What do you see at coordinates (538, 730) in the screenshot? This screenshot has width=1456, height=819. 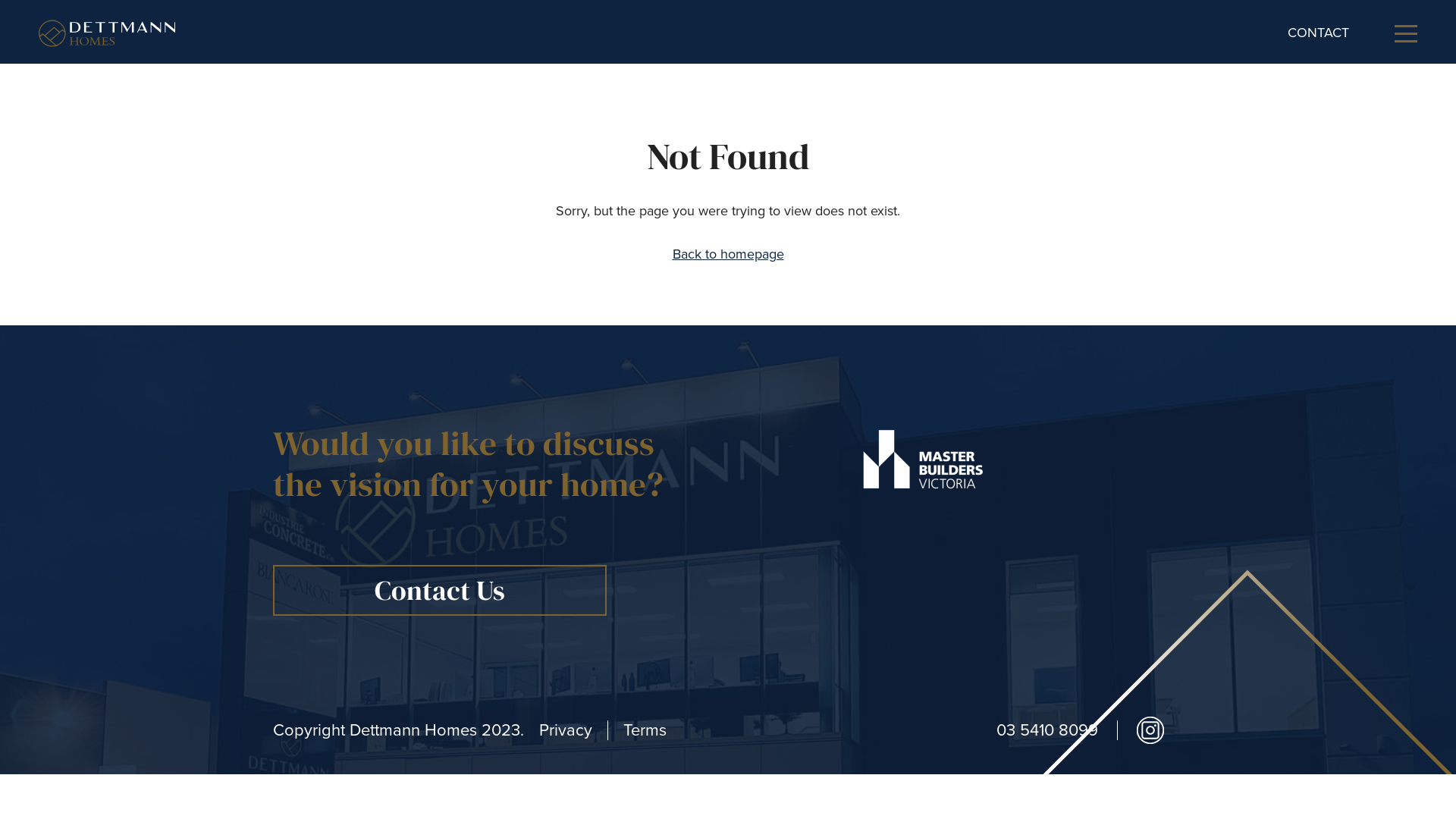 I see `'Privacy'` at bounding box center [538, 730].